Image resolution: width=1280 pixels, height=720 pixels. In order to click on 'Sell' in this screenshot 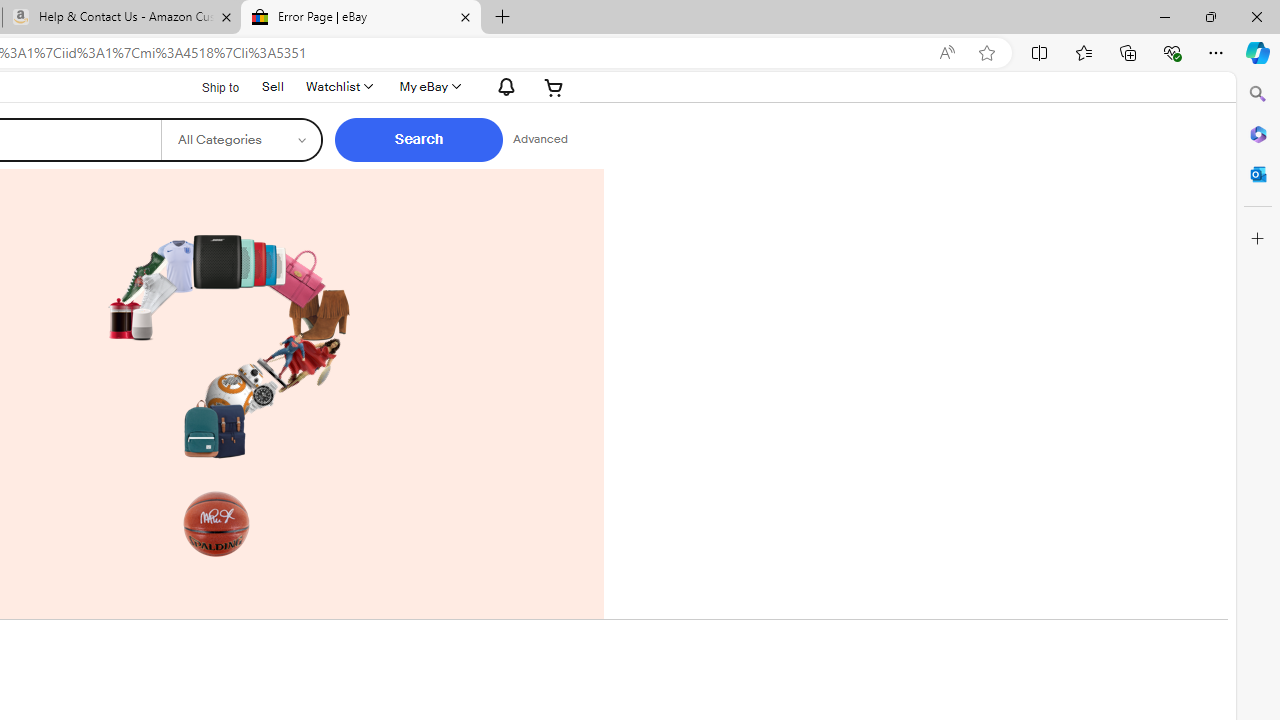, I will do `click(272, 85)`.